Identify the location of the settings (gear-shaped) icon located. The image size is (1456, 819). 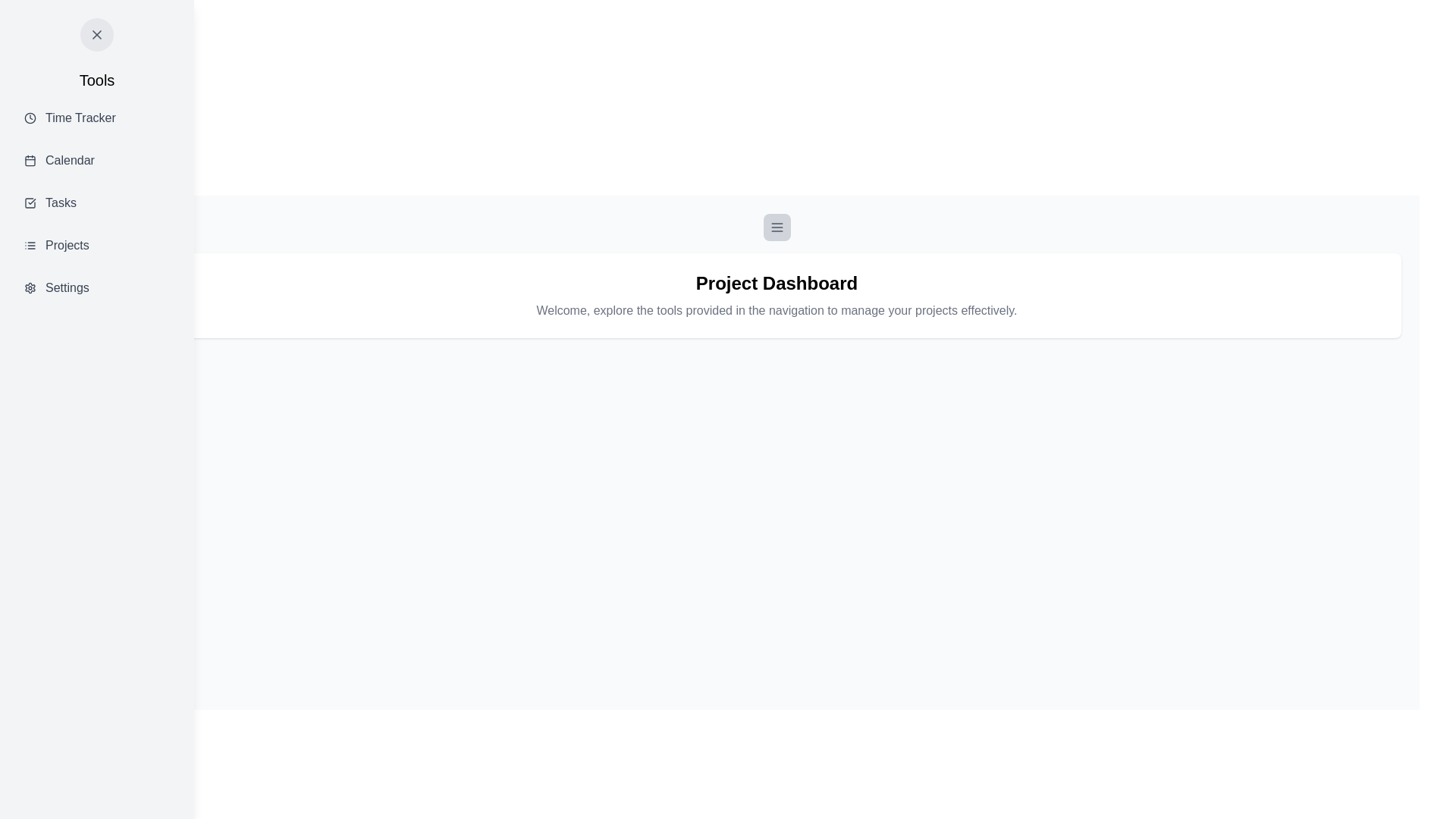
(30, 288).